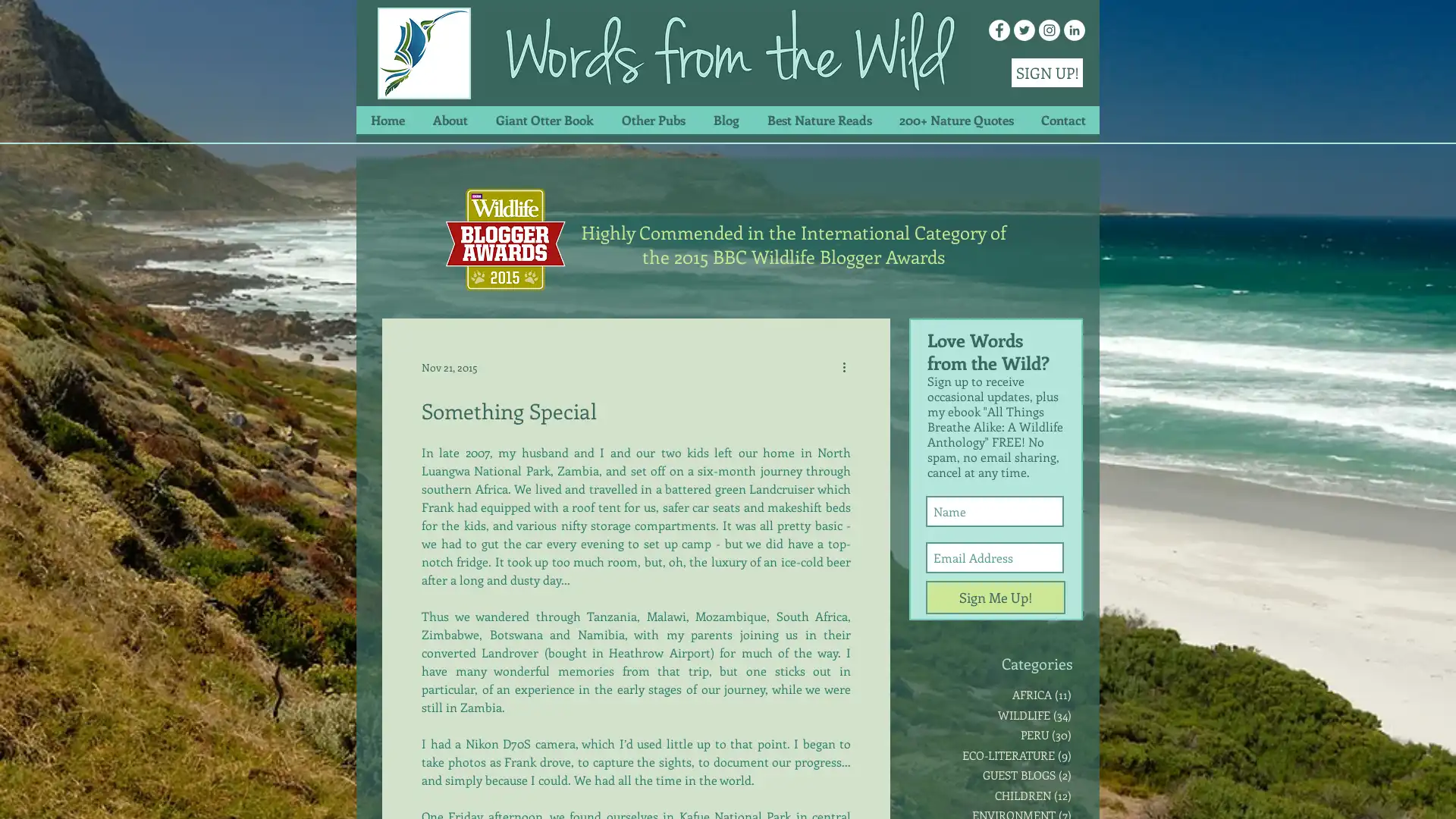 The height and width of the screenshot is (819, 1456). I want to click on Cookie Settings, so click(1291, 792).